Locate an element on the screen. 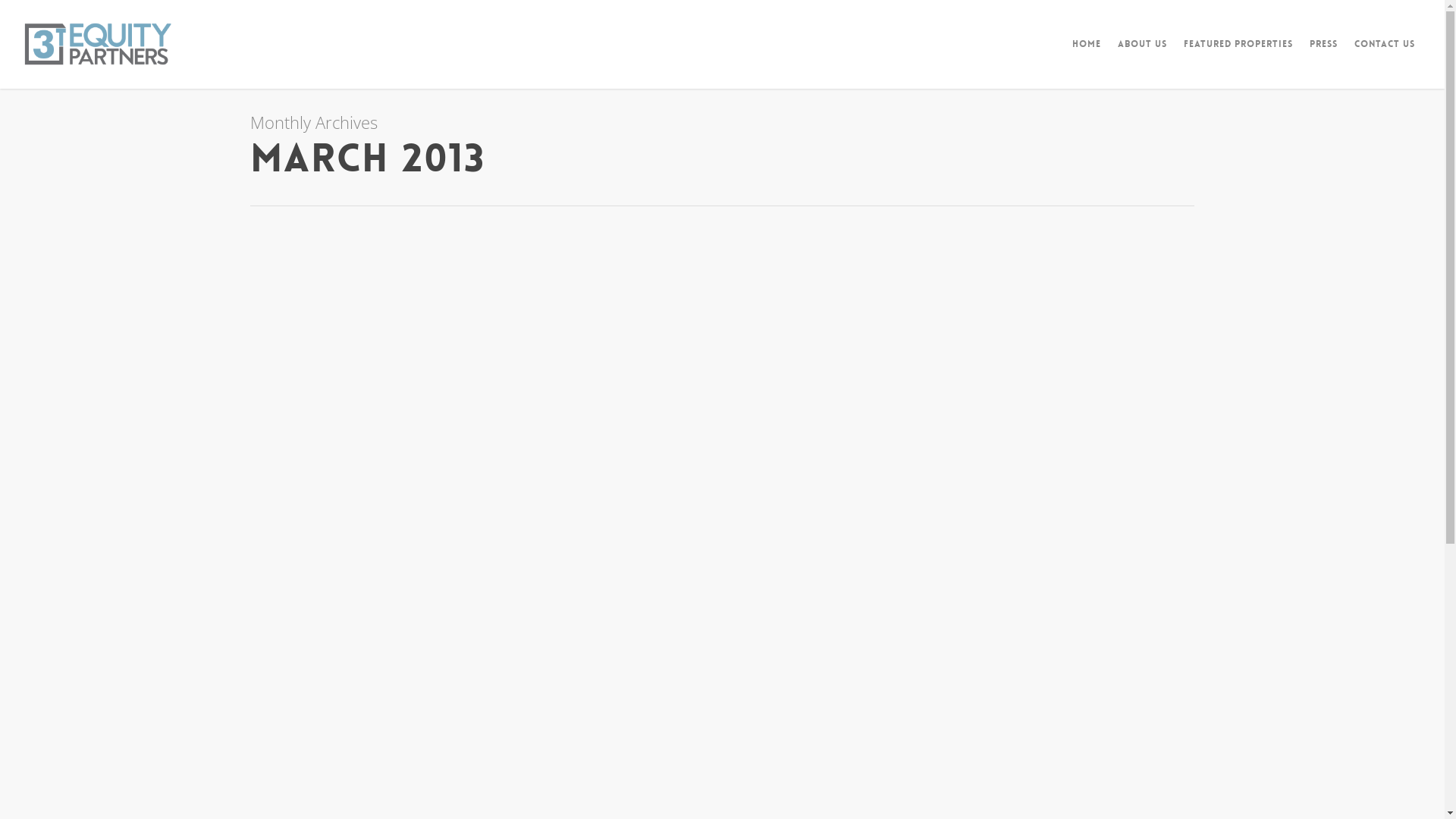  'PRESS' is located at coordinates (1323, 54).